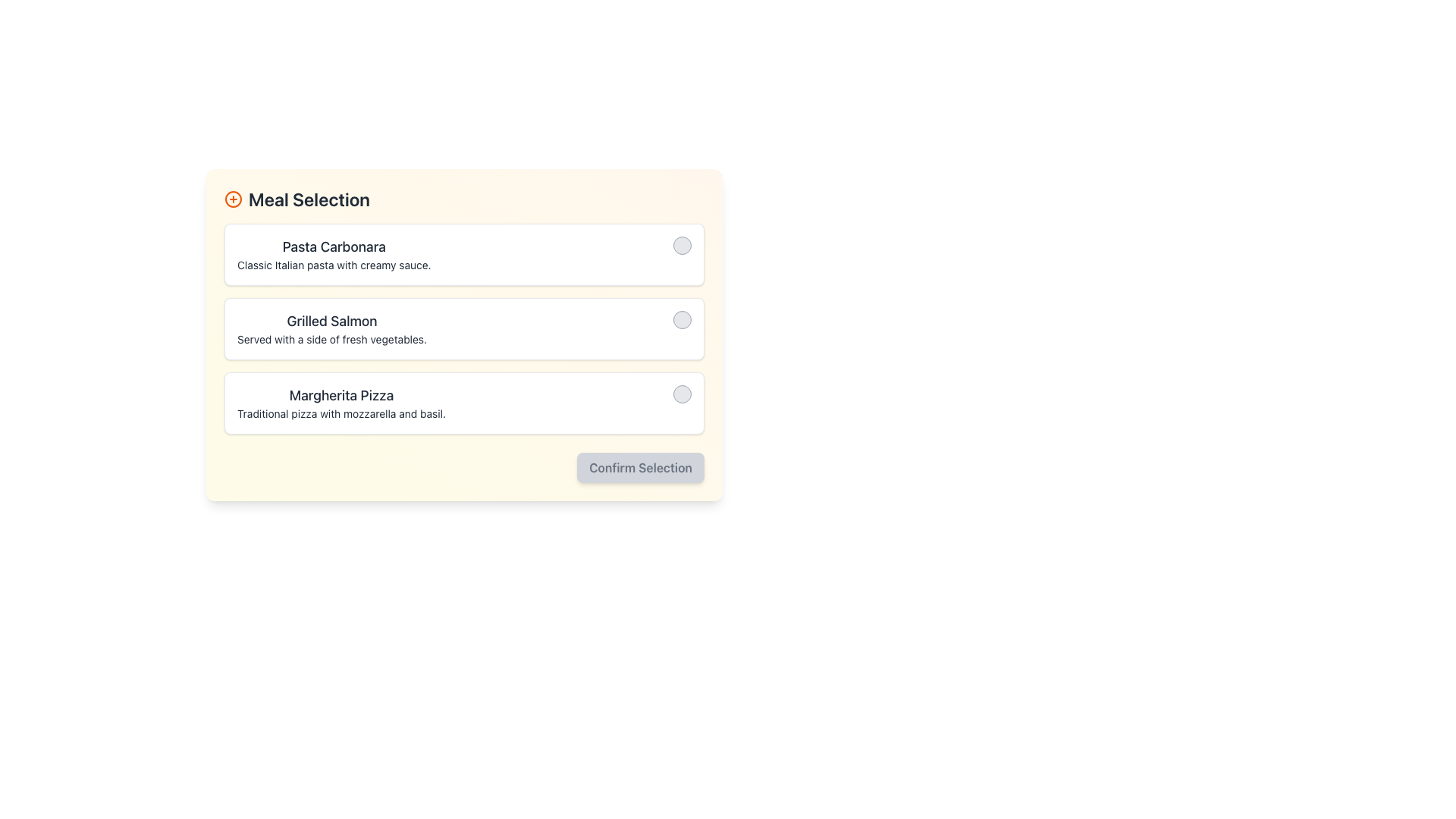 The image size is (1456, 819). I want to click on the interactive list item for 'Grilled Salmon', so click(463, 328).